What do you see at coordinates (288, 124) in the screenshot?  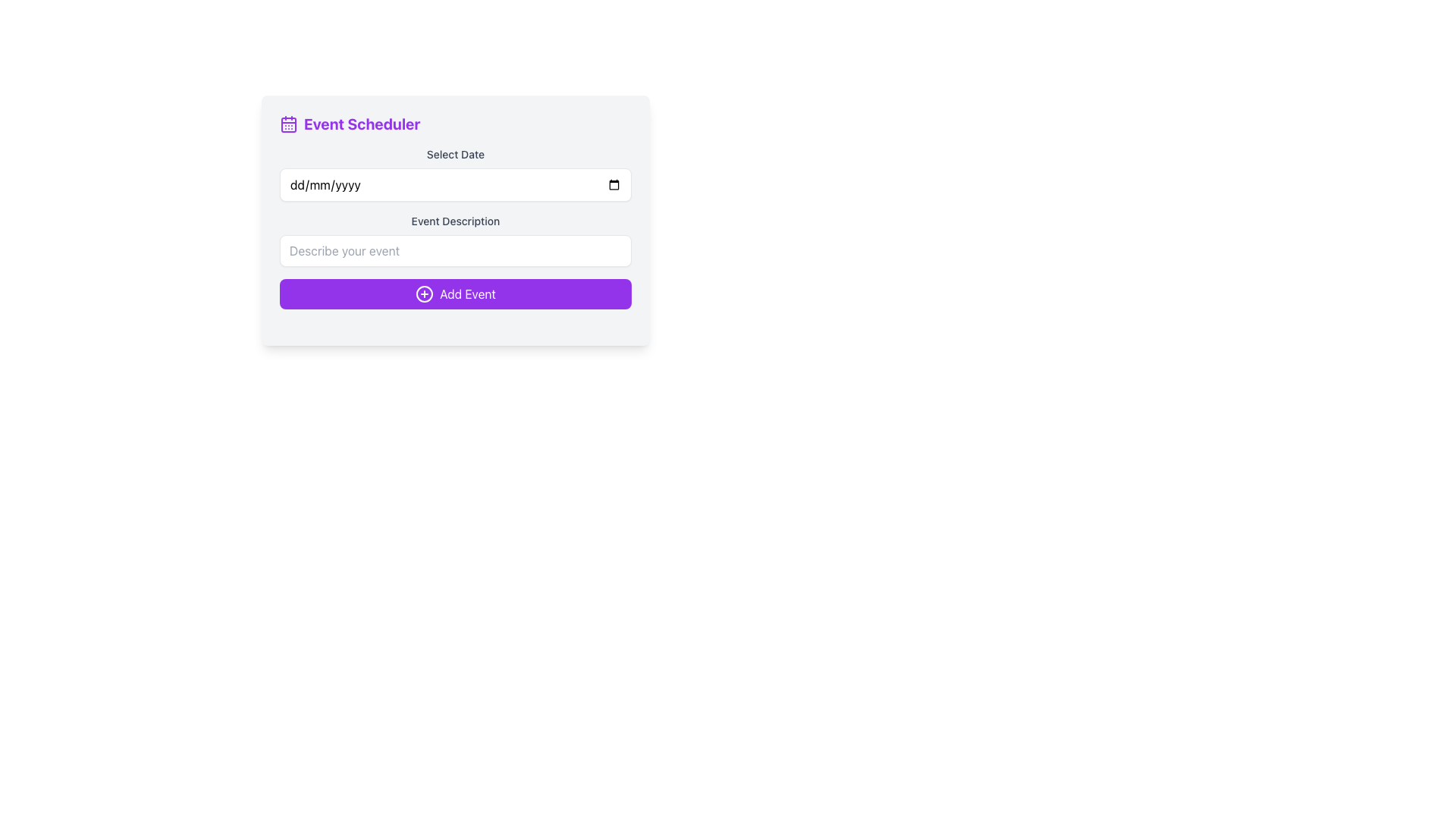 I see `the decorative SVG rectangle that is part of the calendar icon located to the top-left of the 'Event Scheduler' title` at bounding box center [288, 124].